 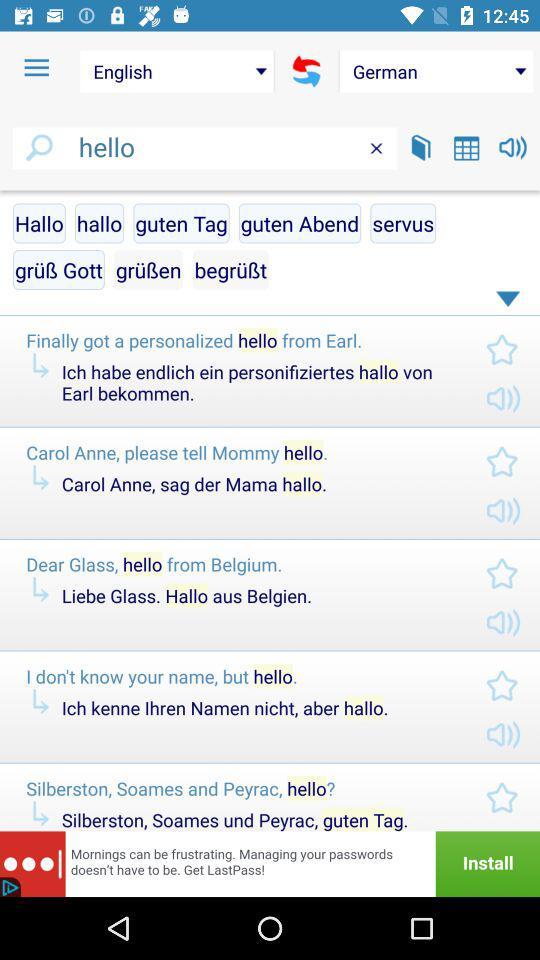 What do you see at coordinates (257, 595) in the screenshot?
I see `liebe glass hallo` at bounding box center [257, 595].